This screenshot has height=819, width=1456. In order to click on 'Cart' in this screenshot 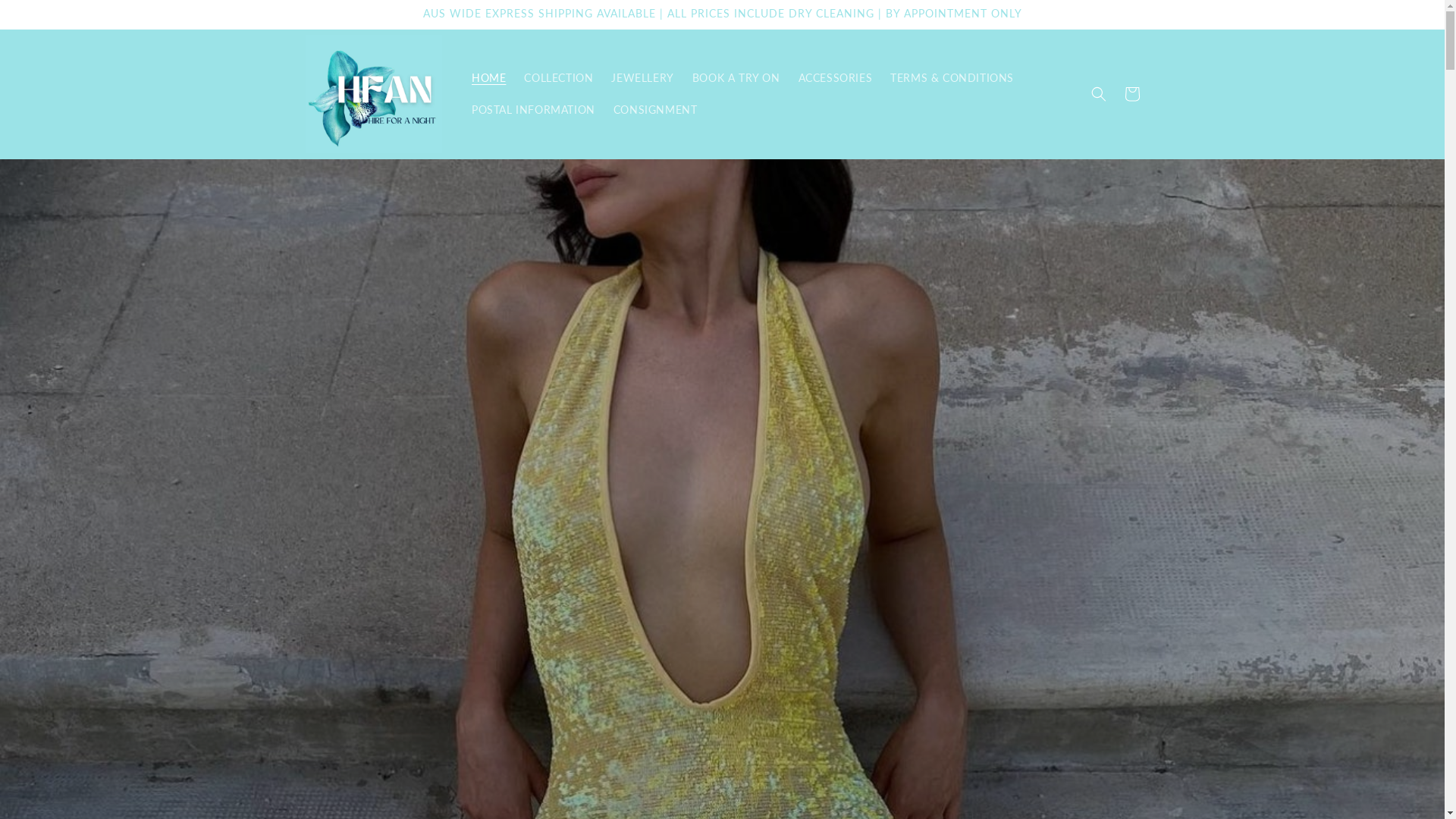, I will do `click(1131, 93)`.